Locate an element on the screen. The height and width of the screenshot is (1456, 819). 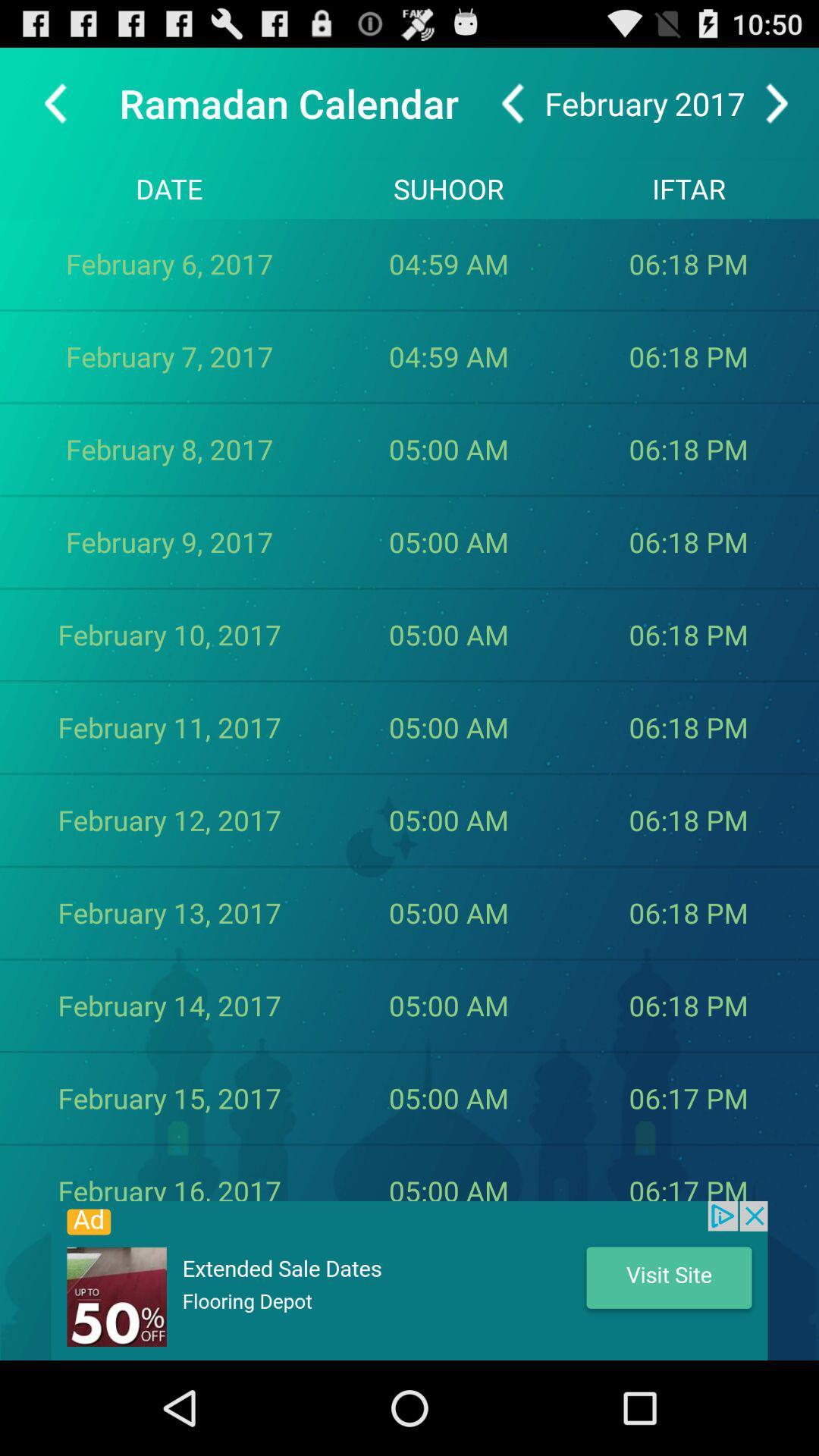
back is located at coordinates (512, 102).